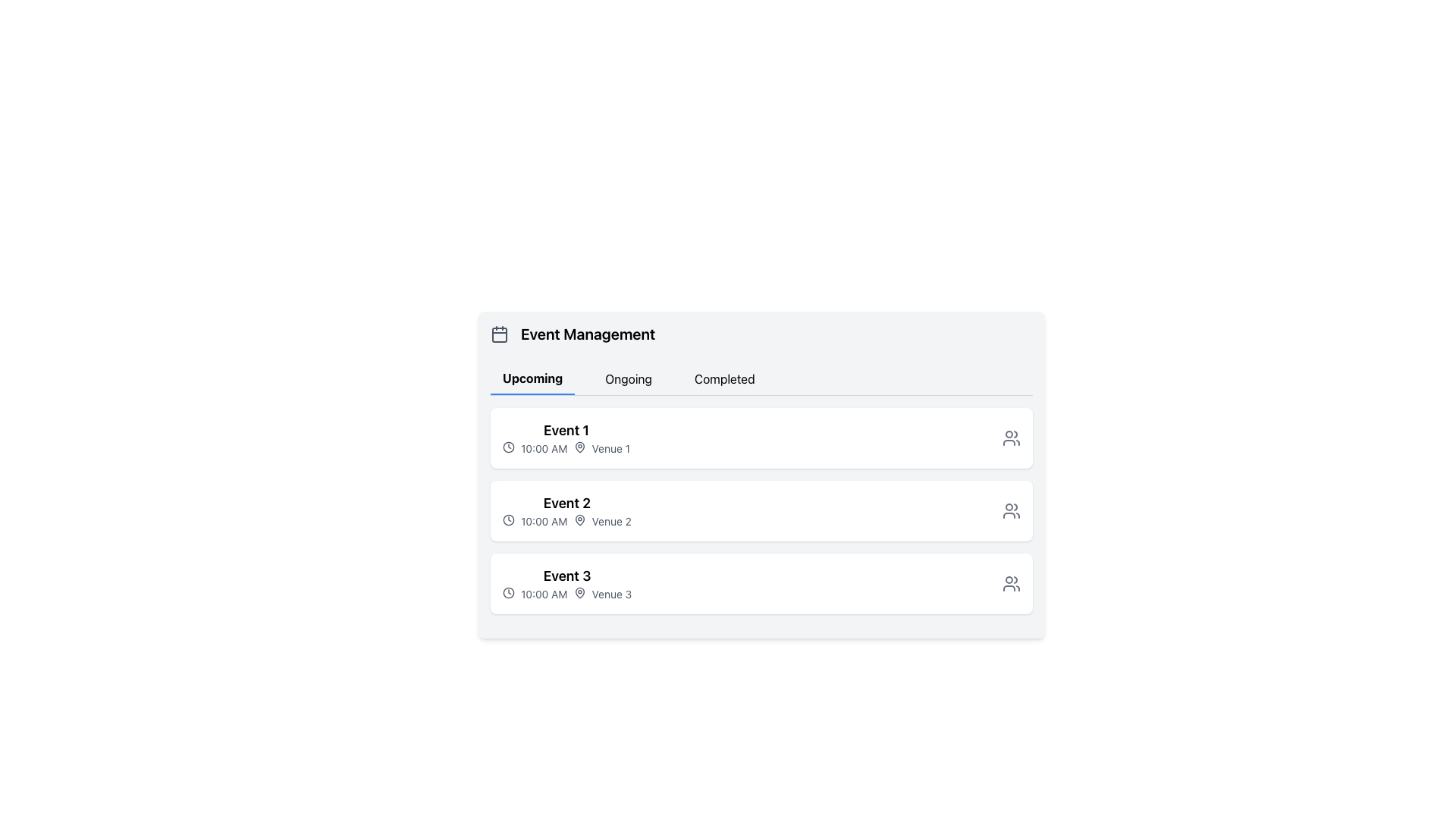  Describe the element at coordinates (611, 593) in the screenshot. I see `the text label displaying the venue name for 'Event 3', located to the right of the '10:00 AM' label and a pin icon in the 'Upcoming' tab of the 'Event Management' section` at that location.